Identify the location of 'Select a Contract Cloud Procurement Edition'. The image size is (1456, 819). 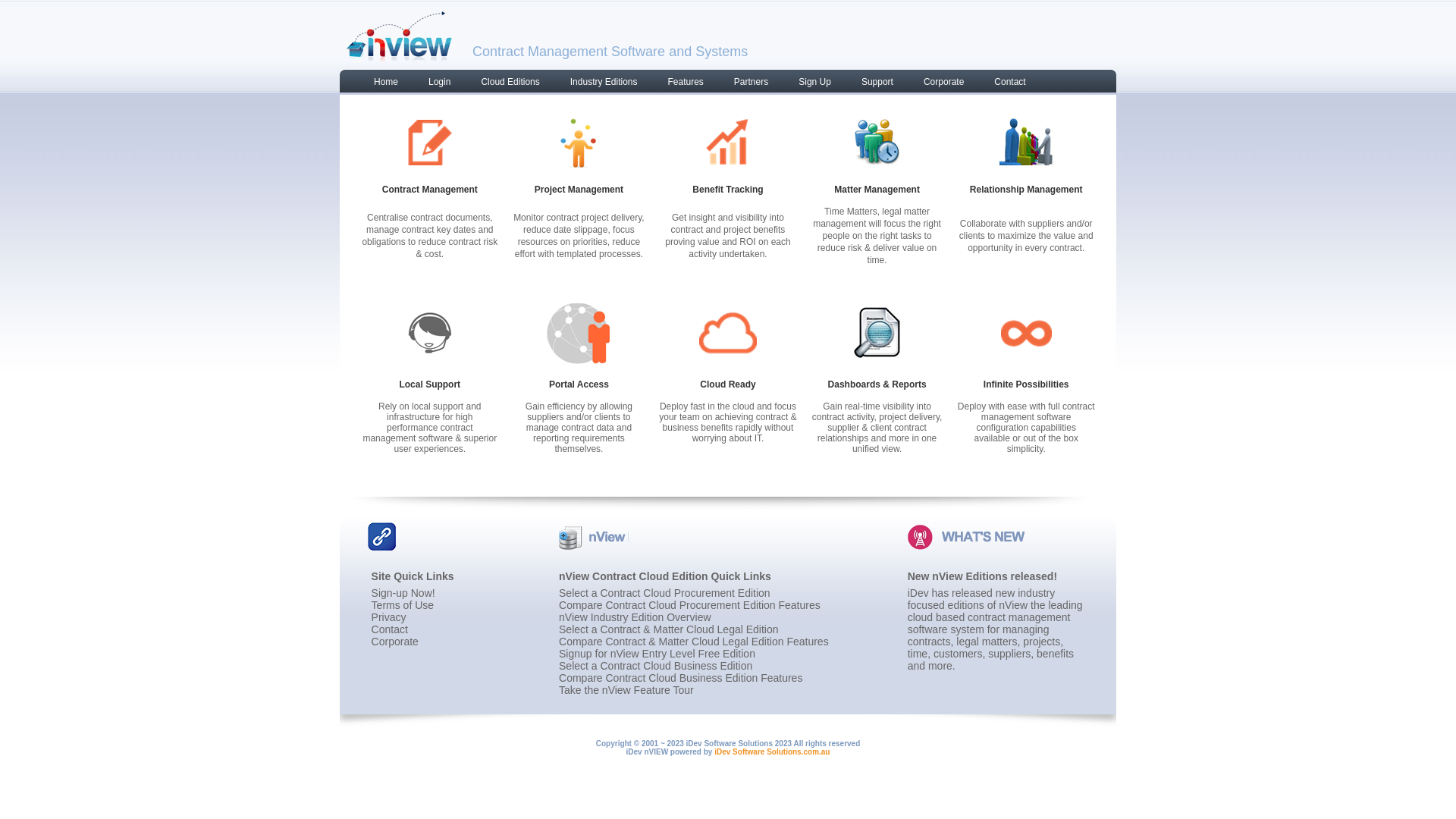
(664, 592).